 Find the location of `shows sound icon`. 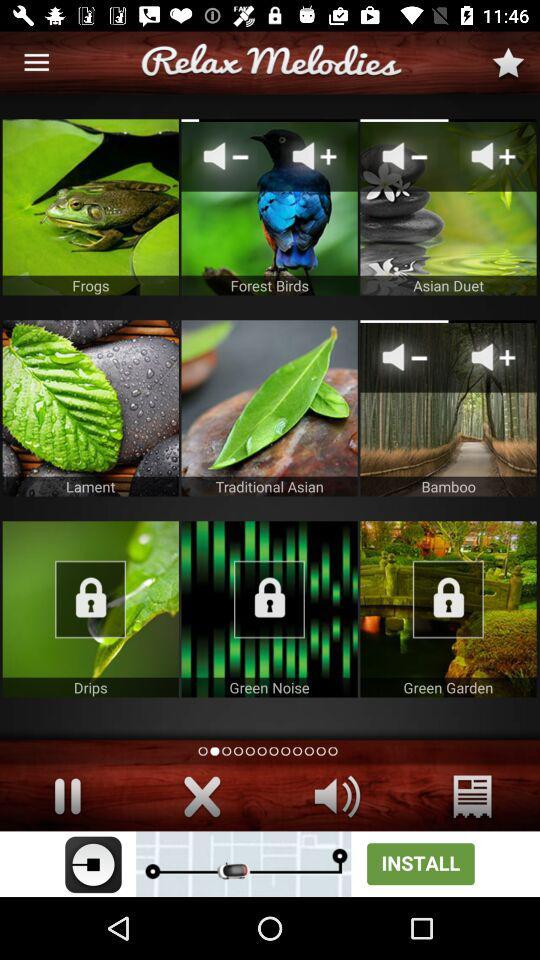

shows sound icon is located at coordinates (337, 796).